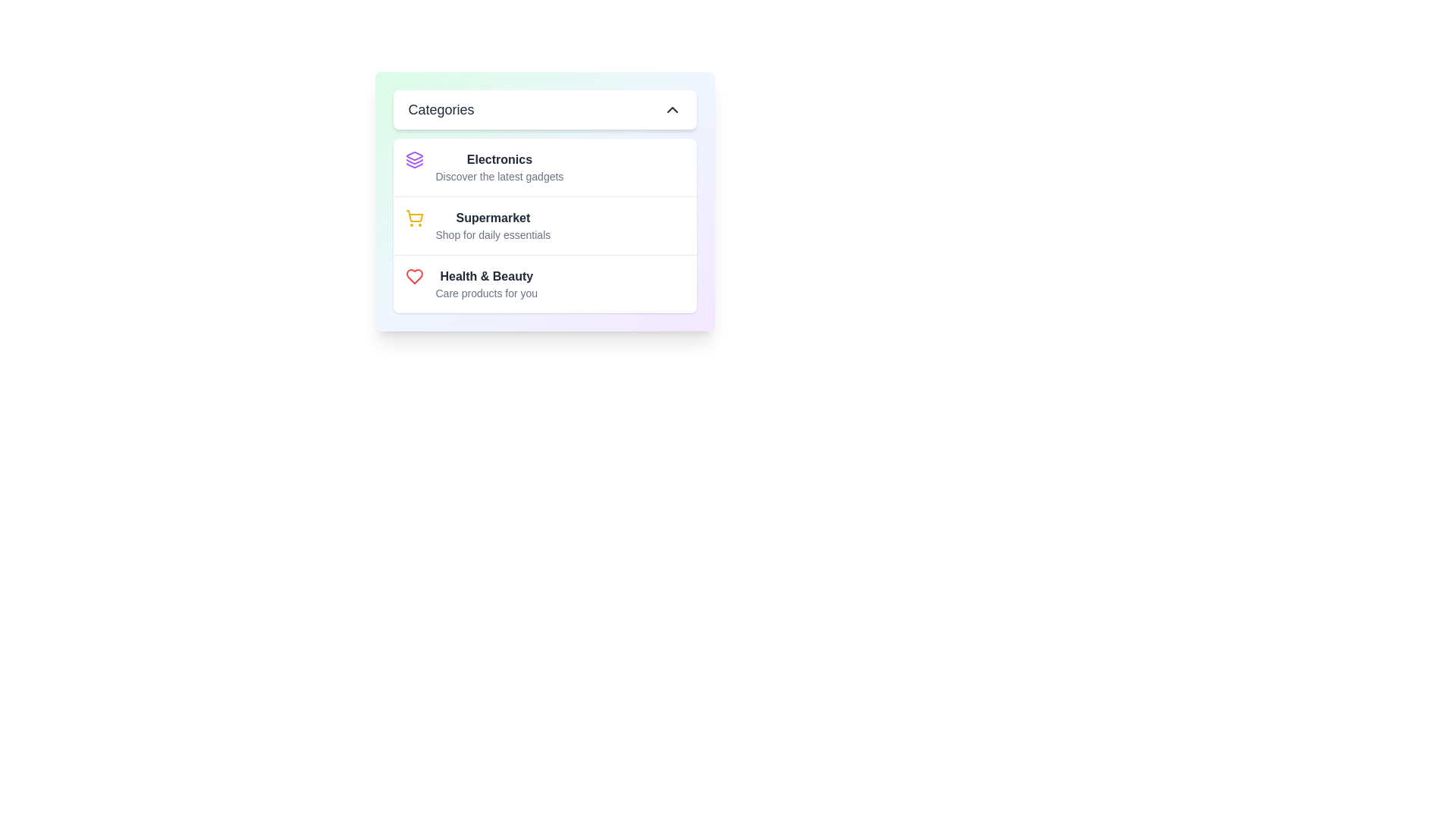 The image size is (1456, 819). Describe the element at coordinates (544, 109) in the screenshot. I see `the 'Categories' button, which has a white background, rounded corners, and a shadow effect, to trigger hover effects` at that location.